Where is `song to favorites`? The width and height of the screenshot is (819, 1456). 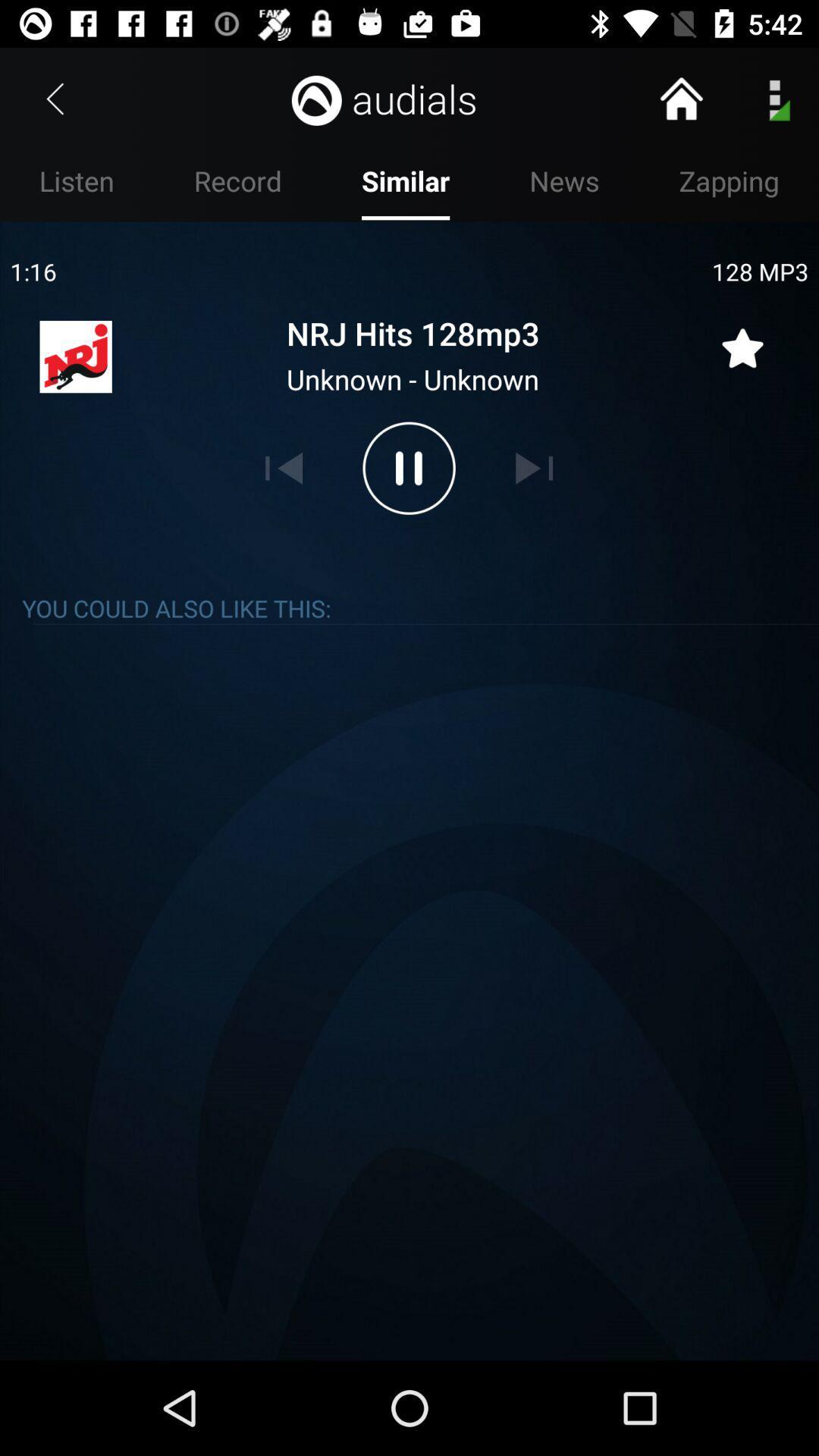
song to favorites is located at coordinates (742, 338).